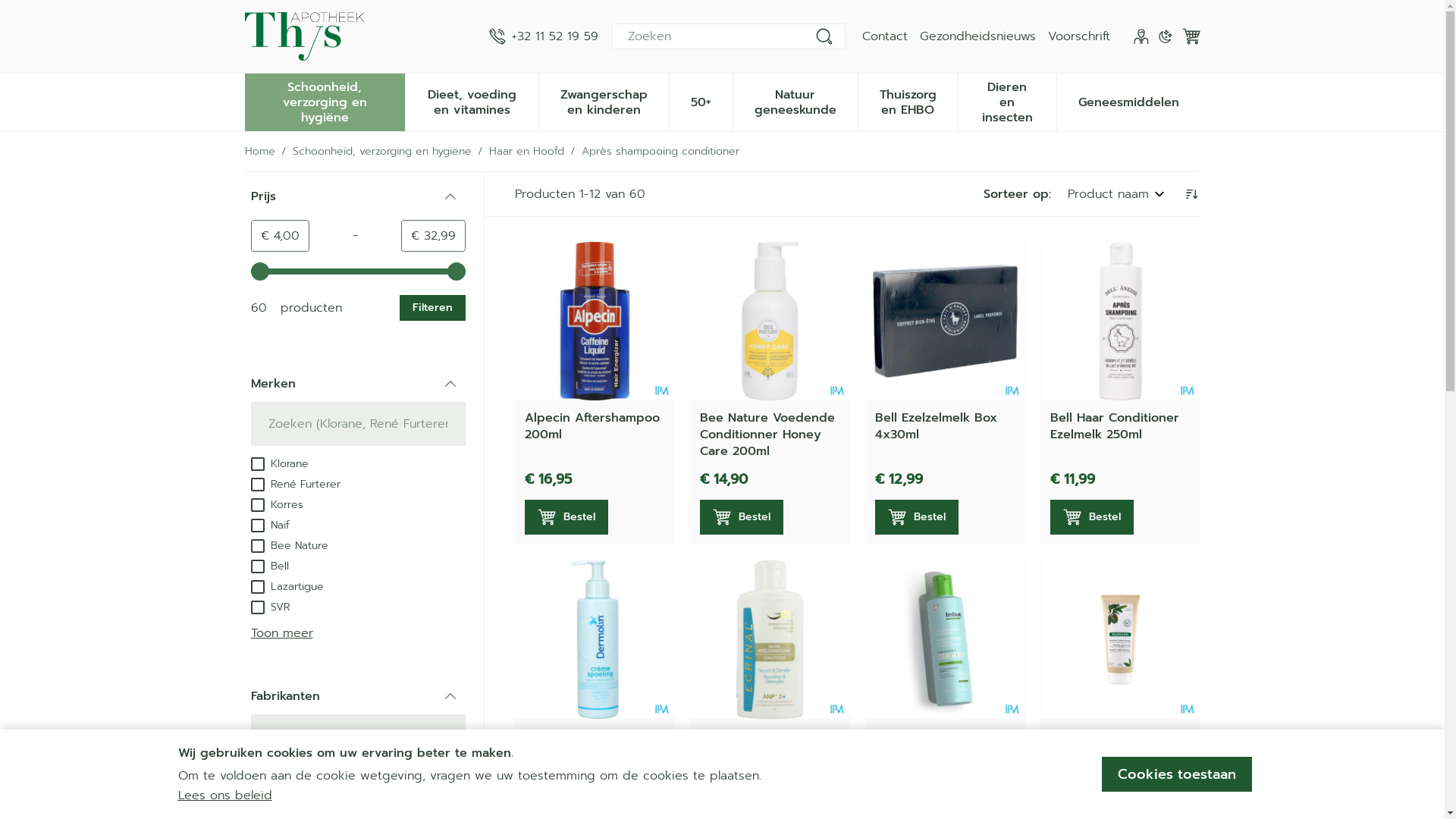 This screenshot has height=819, width=1456. I want to click on 'Bell', so click(269, 565).